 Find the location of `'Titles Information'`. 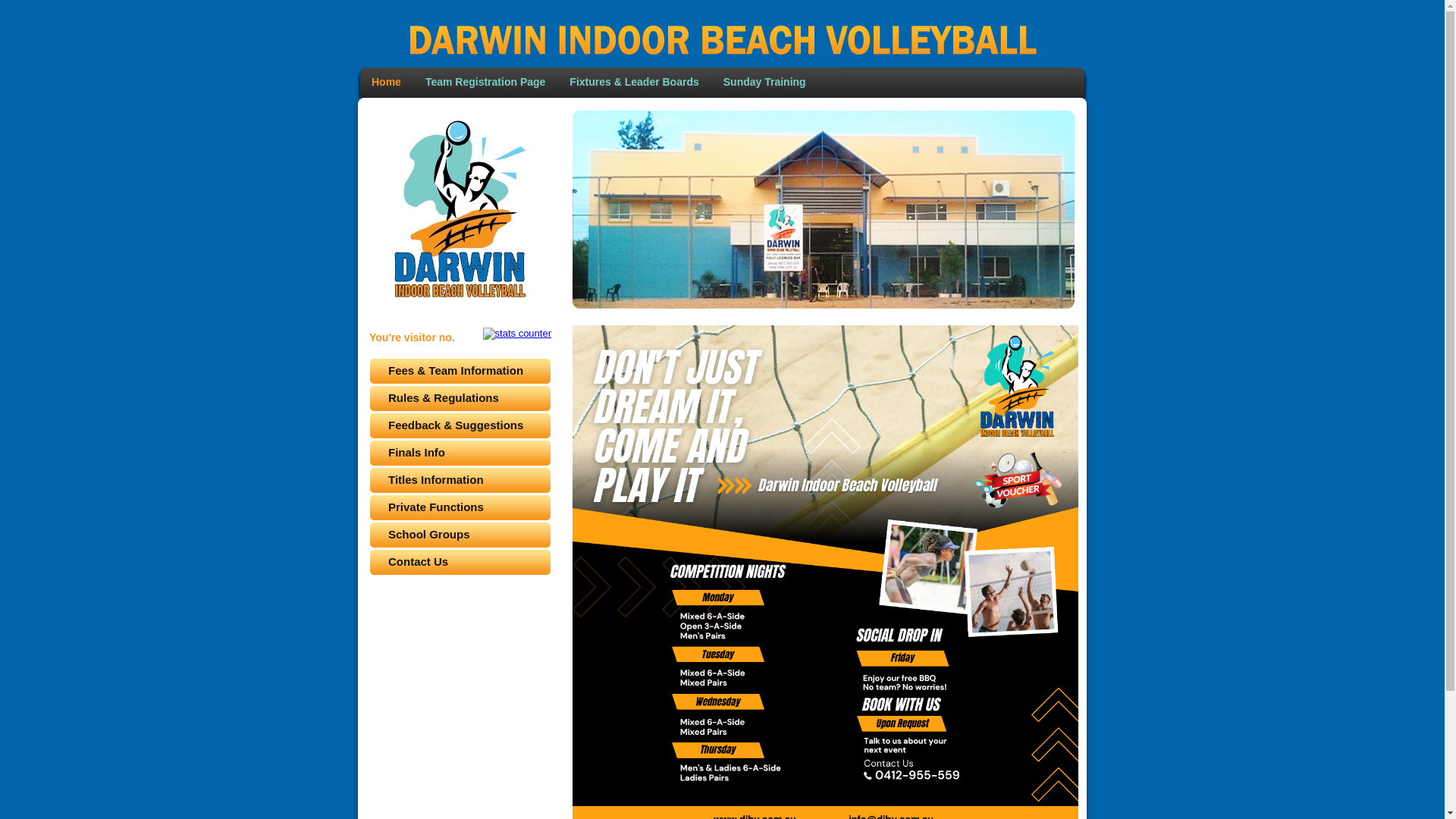

'Titles Information' is located at coordinates (459, 480).